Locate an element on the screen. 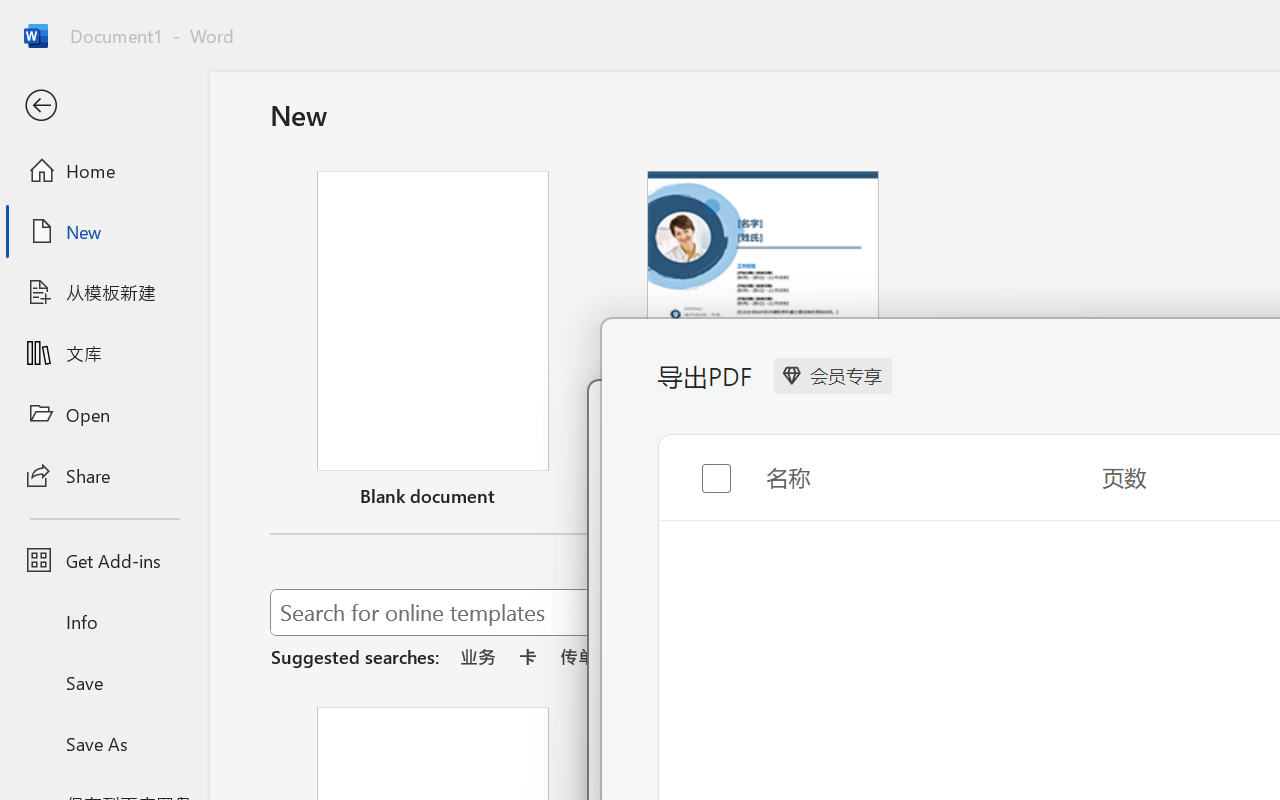 This screenshot has height=800, width=1280. 'Blank document' is located at coordinates (432, 343).